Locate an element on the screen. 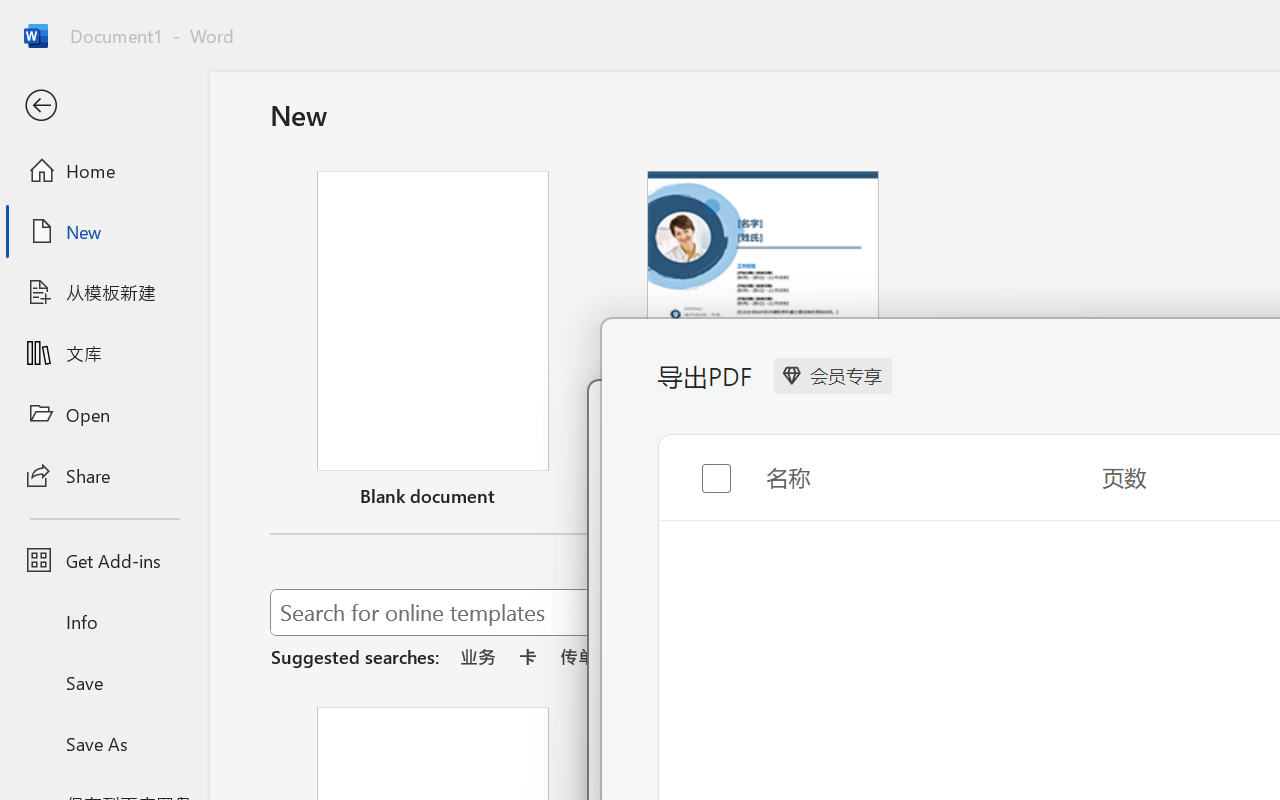 This screenshot has height=800, width=1280. 'Blank document' is located at coordinates (432, 343).